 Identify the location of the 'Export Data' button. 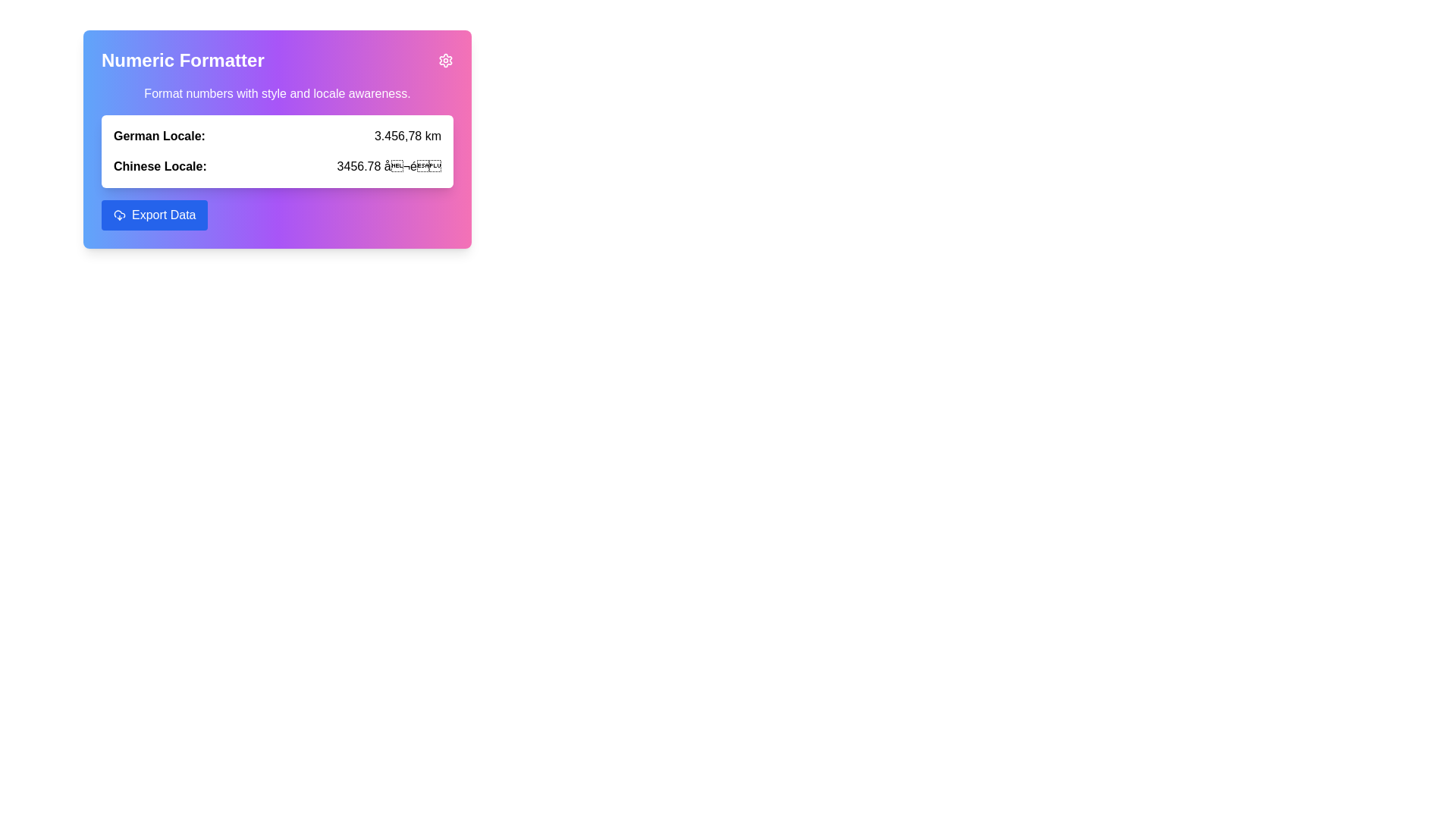
(164, 215).